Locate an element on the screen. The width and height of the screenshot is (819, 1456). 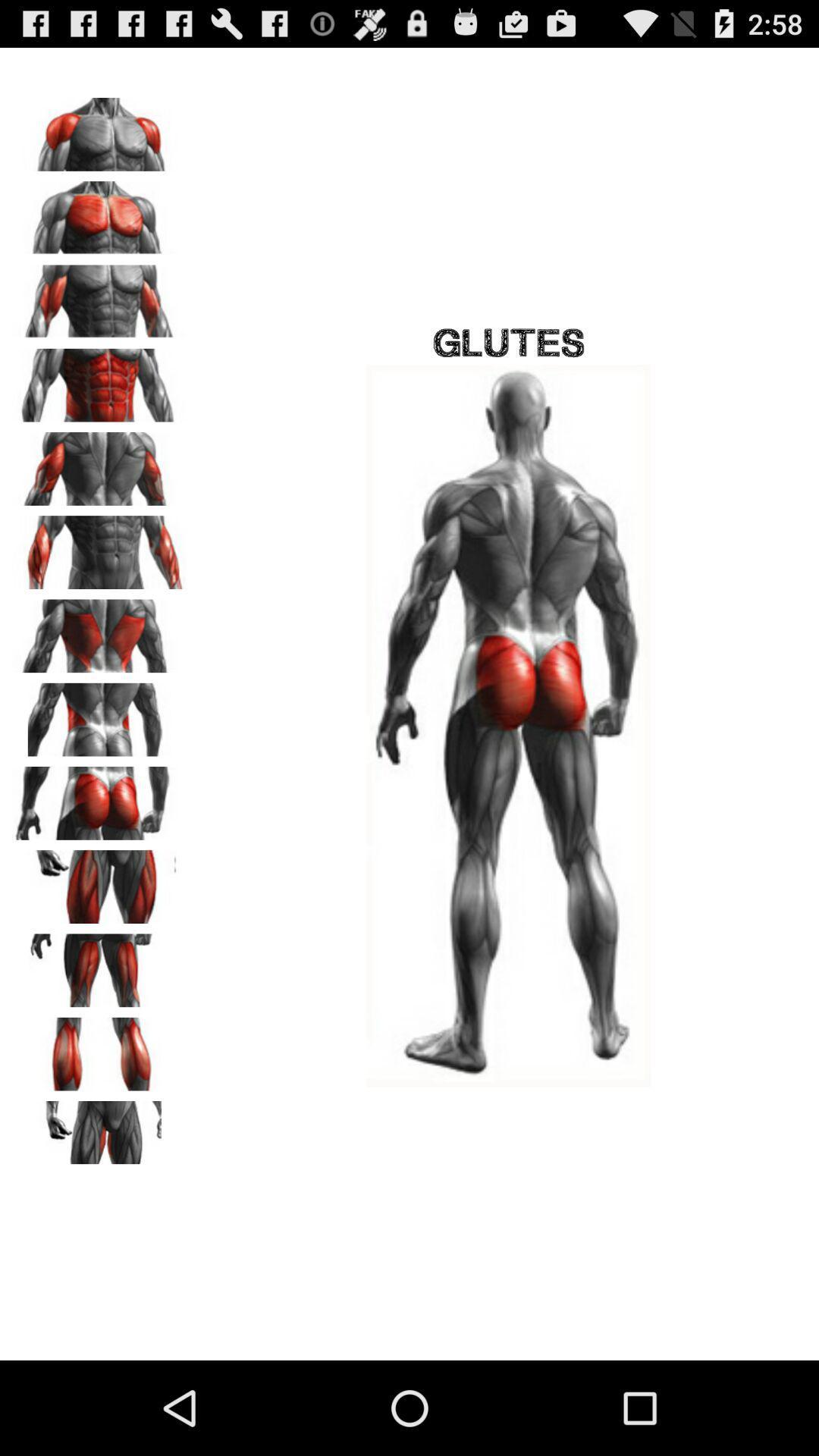
expand pic is located at coordinates (99, 881).